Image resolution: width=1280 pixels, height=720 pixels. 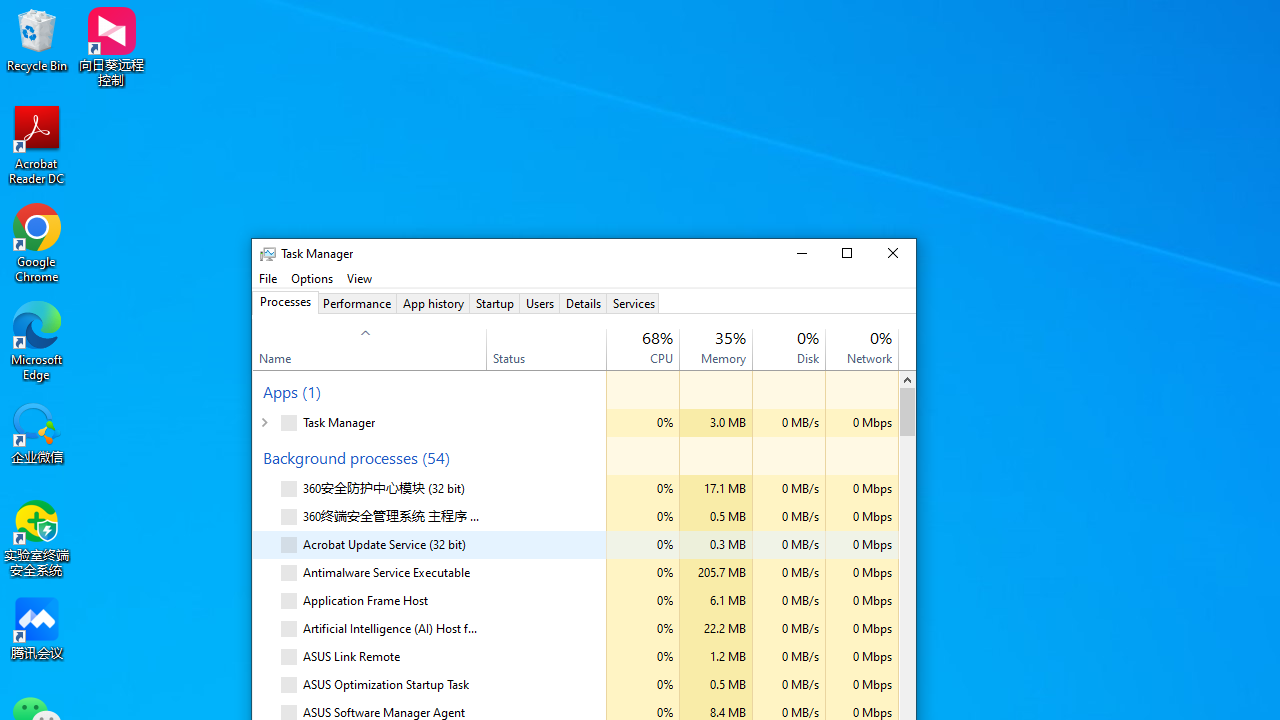 What do you see at coordinates (284, 303) in the screenshot?
I see `'Processes'` at bounding box center [284, 303].